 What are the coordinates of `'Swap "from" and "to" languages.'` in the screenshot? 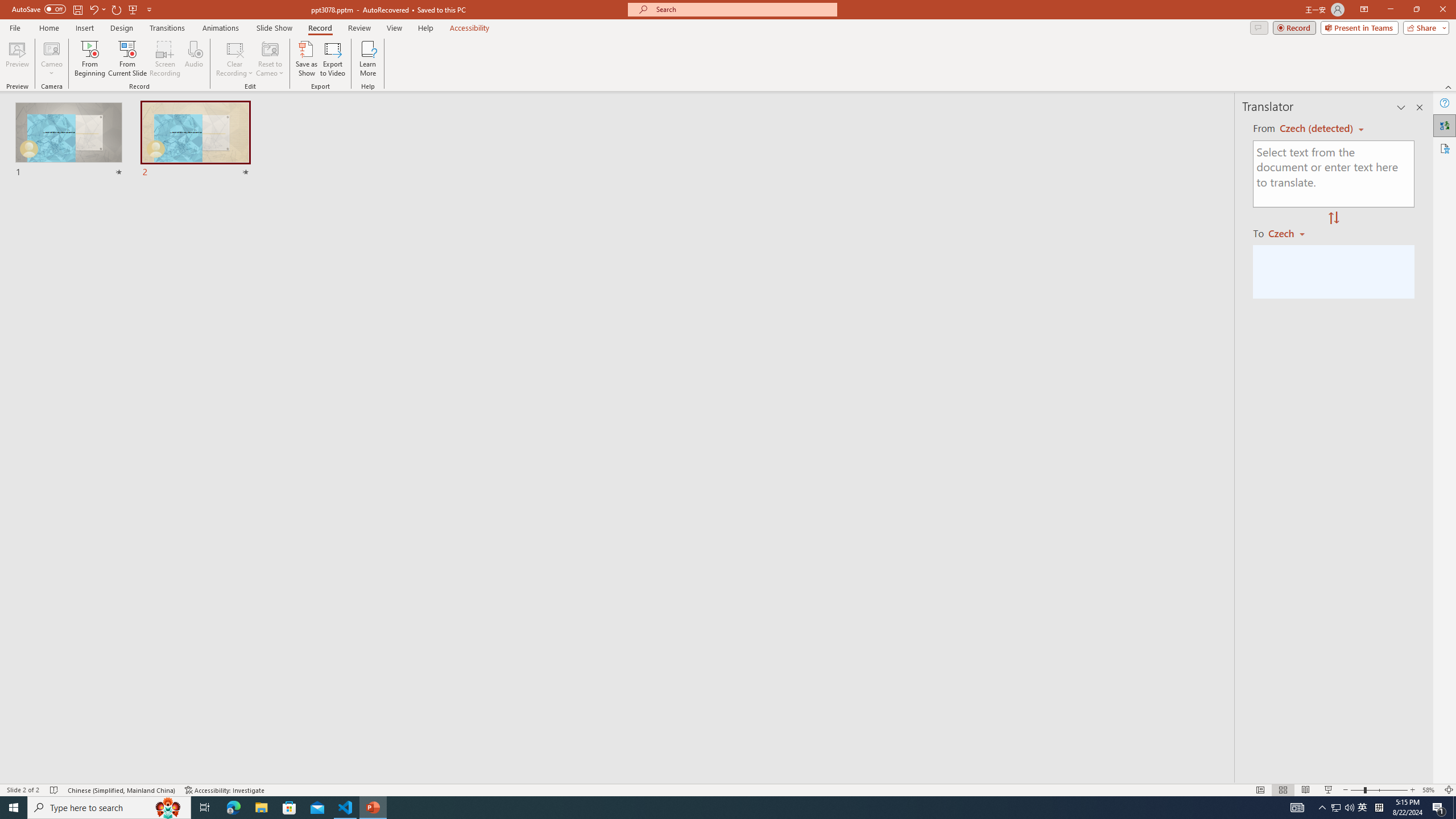 It's located at (1333, 218).